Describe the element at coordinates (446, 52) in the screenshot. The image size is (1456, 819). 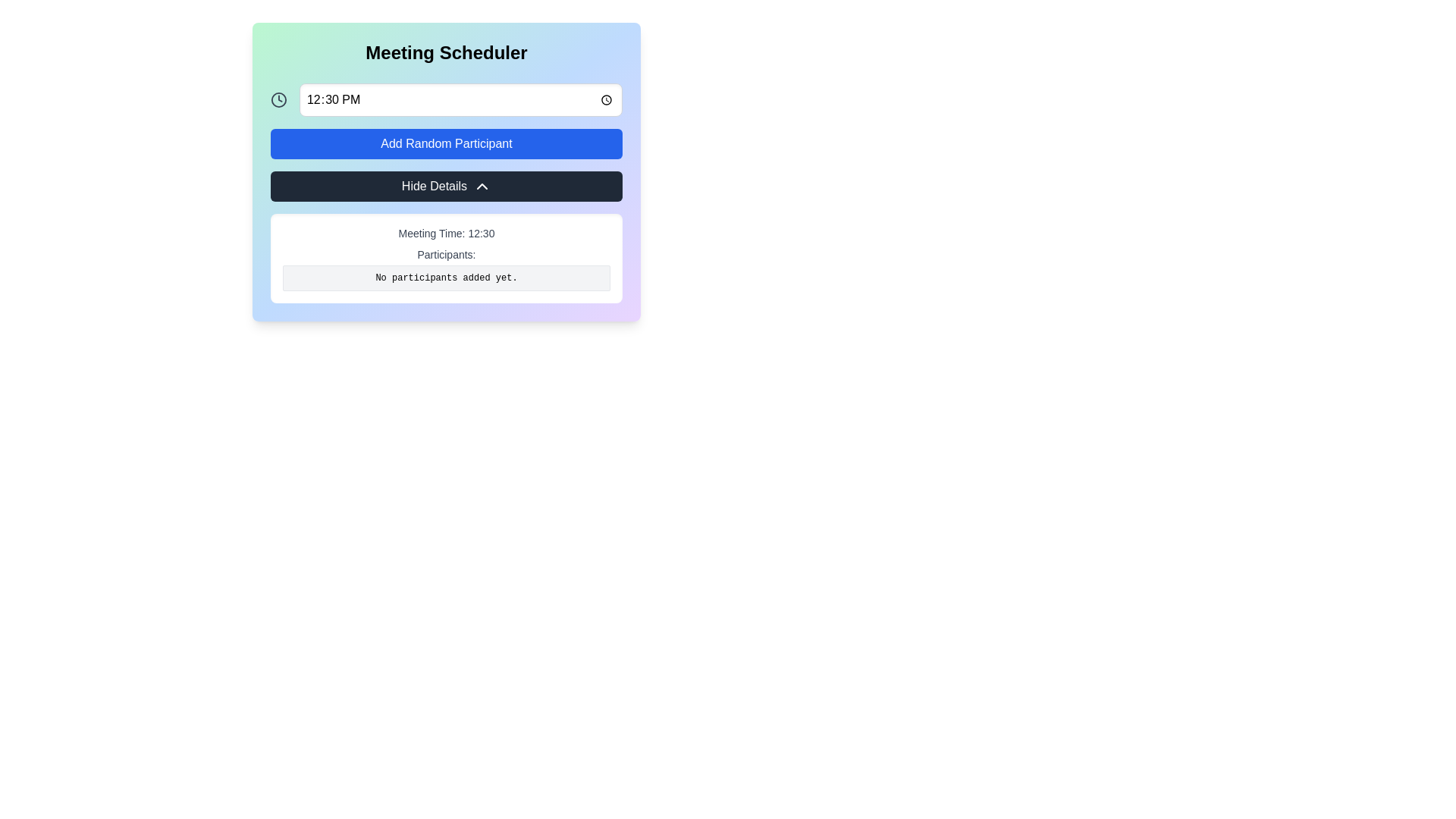
I see `the Label or Header element at the top of the meeting scheduler interface, which serves as the title for the section` at that location.